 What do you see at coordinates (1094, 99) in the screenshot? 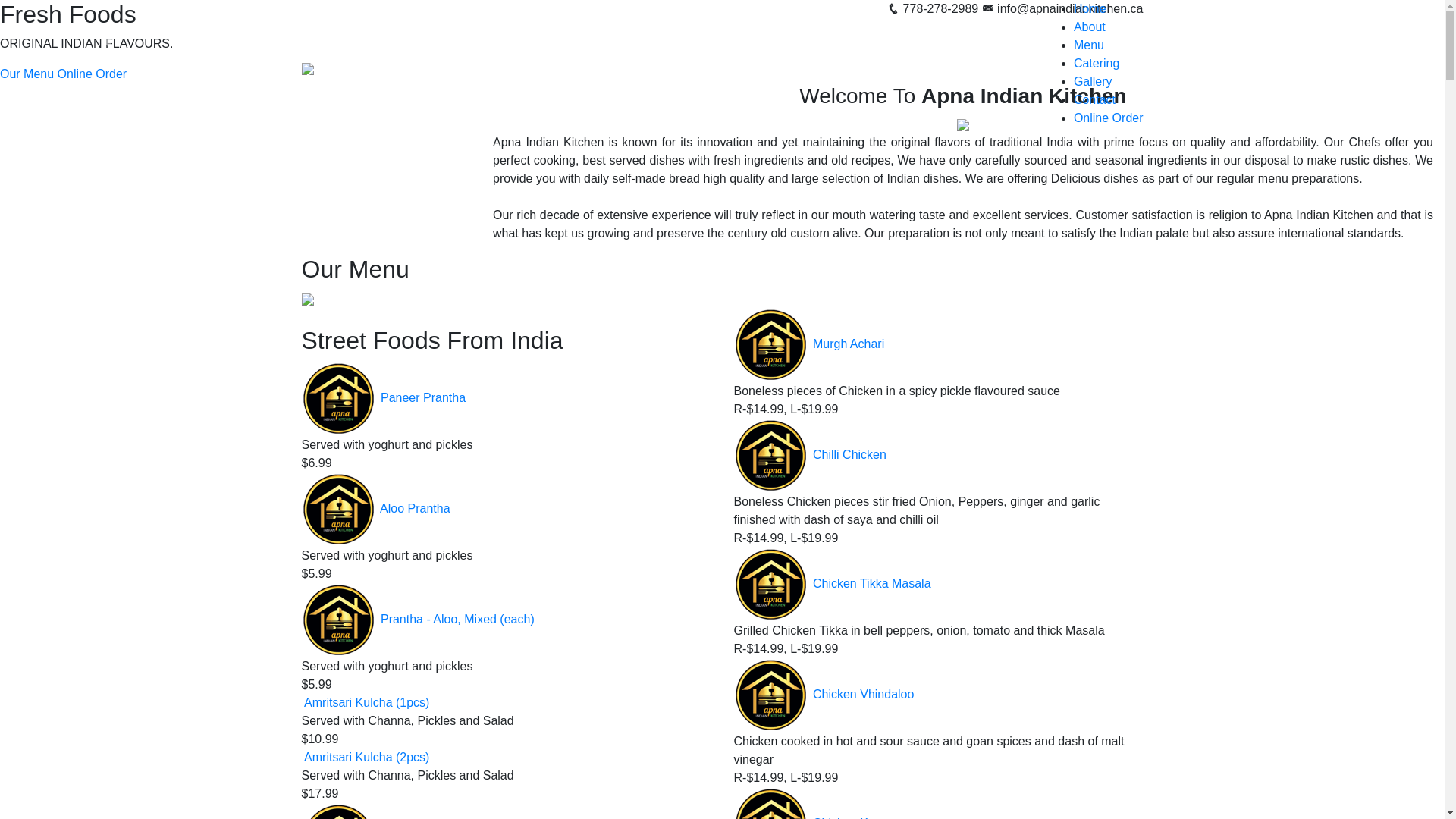
I see `'Contact'` at bounding box center [1094, 99].